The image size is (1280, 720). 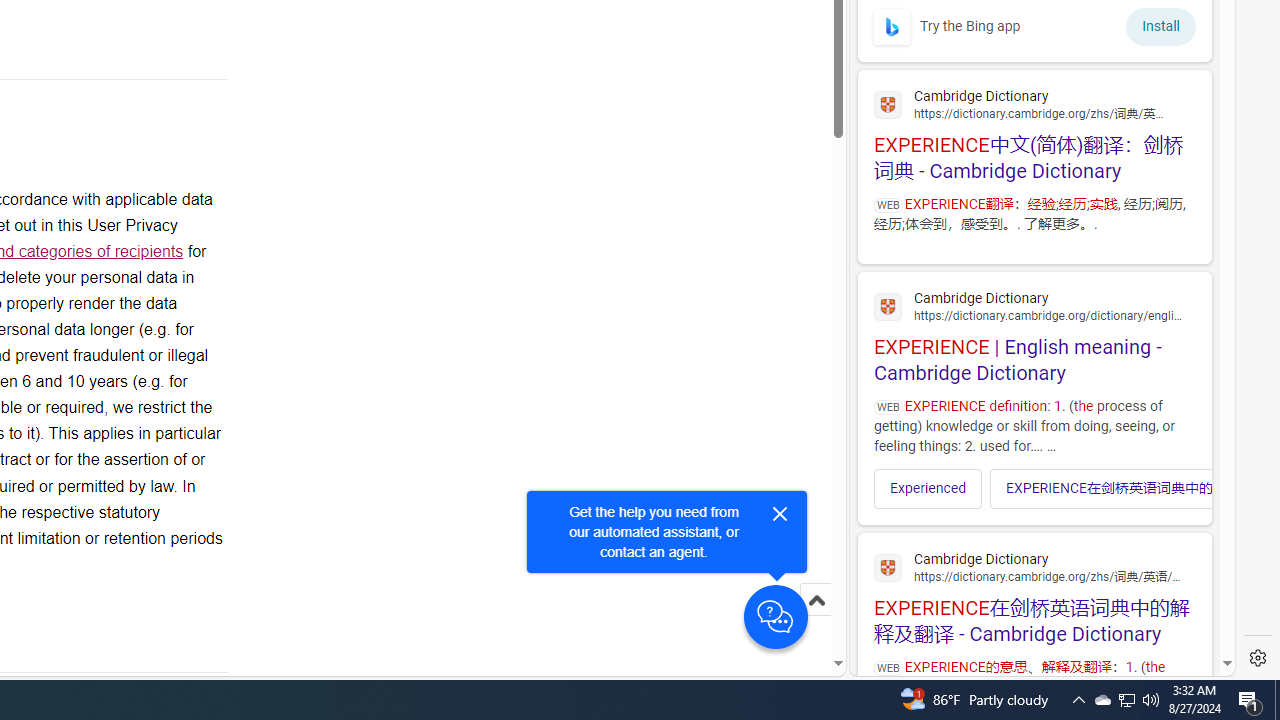 What do you see at coordinates (887, 568) in the screenshot?
I see `'Global web icon'` at bounding box center [887, 568].